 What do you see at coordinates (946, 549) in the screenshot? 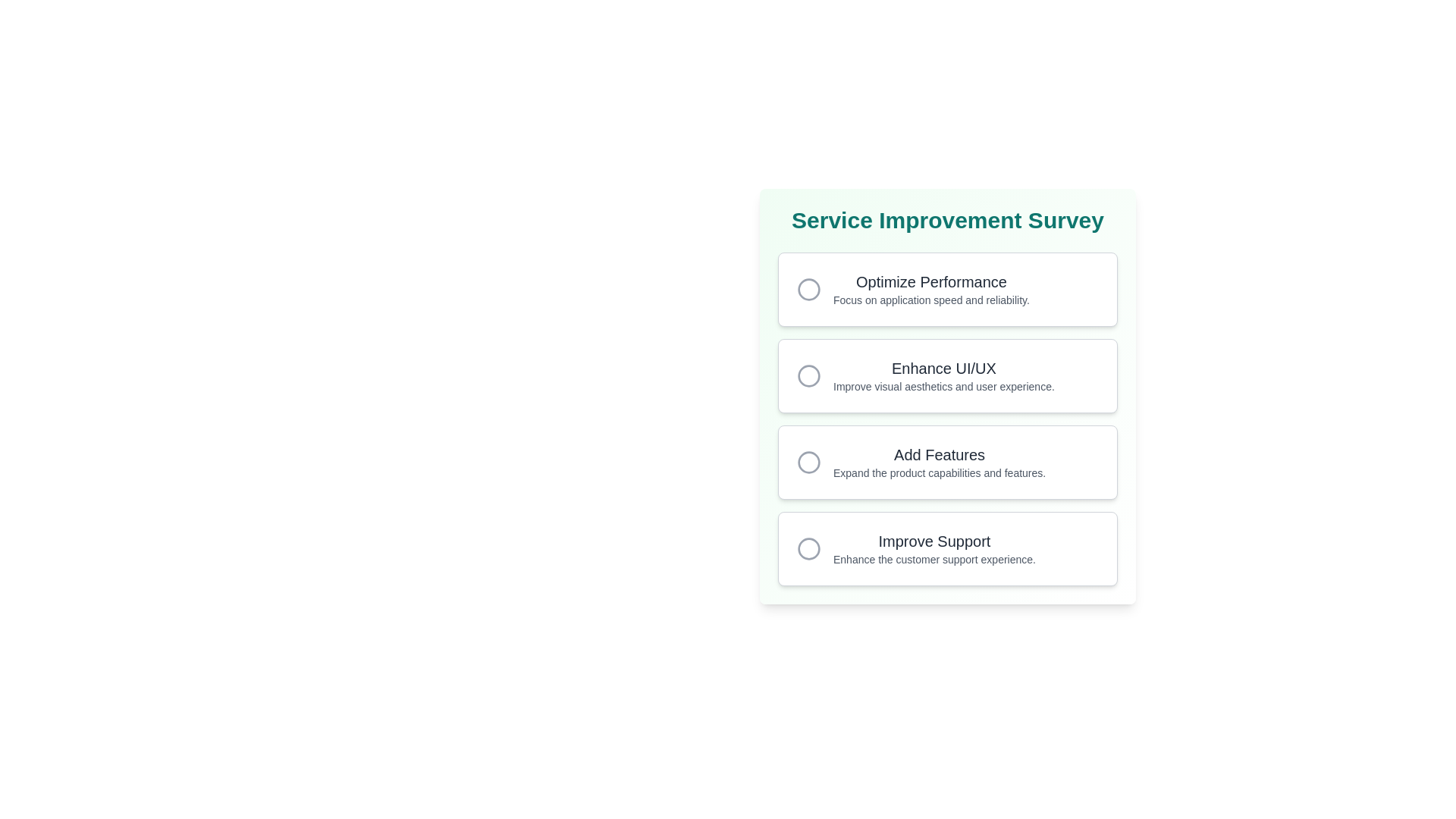
I see `the Selectable Card for improving customer support in the Service Improvement Survey` at bounding box center [946, 549].